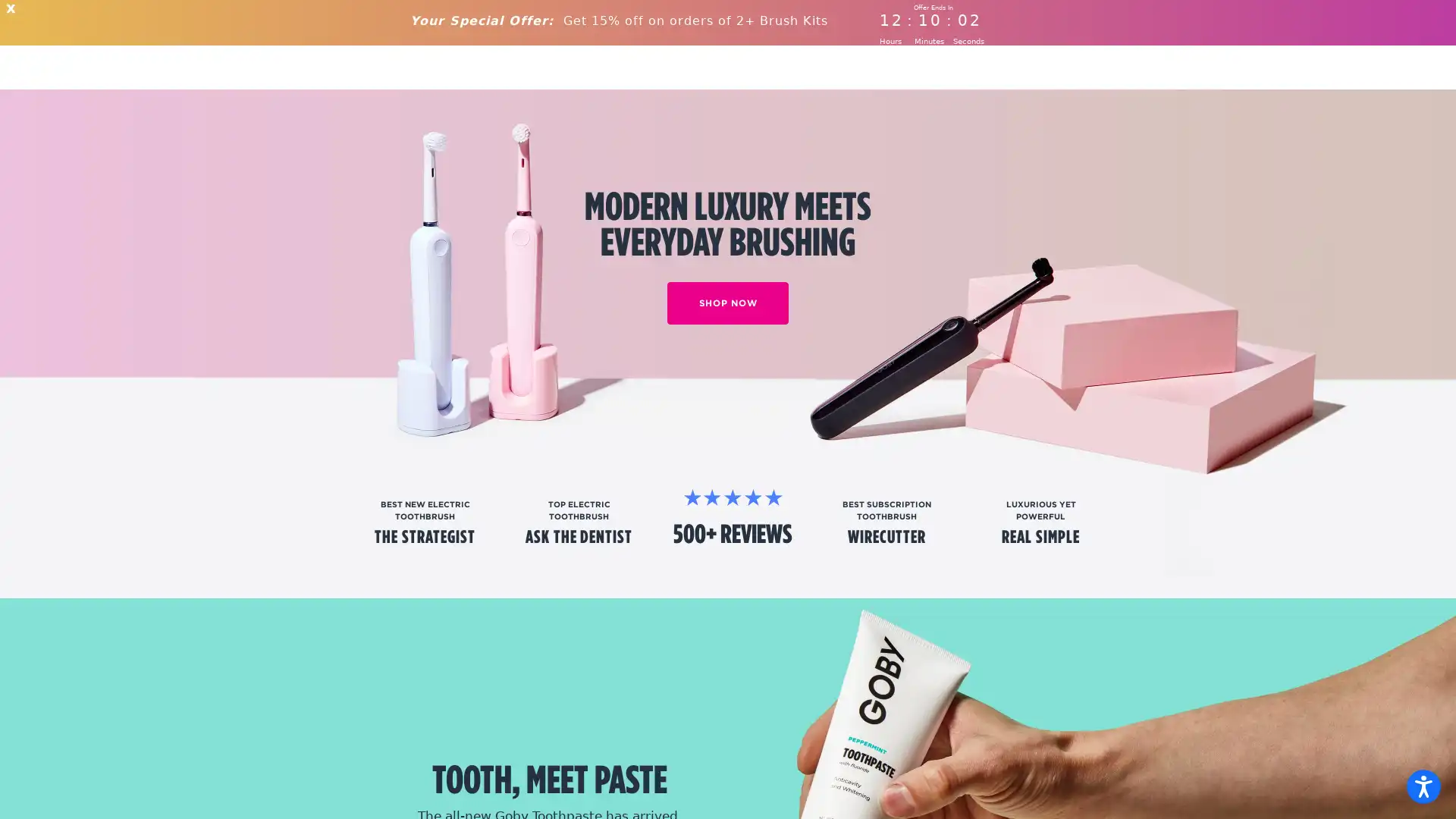 The width and height of the screenshot is (1456, 819). What do you see at coordinates (1423, 786) in the screenshot?
I see `Open accessibility options, statement and help` at bounding box center [1423, 786].